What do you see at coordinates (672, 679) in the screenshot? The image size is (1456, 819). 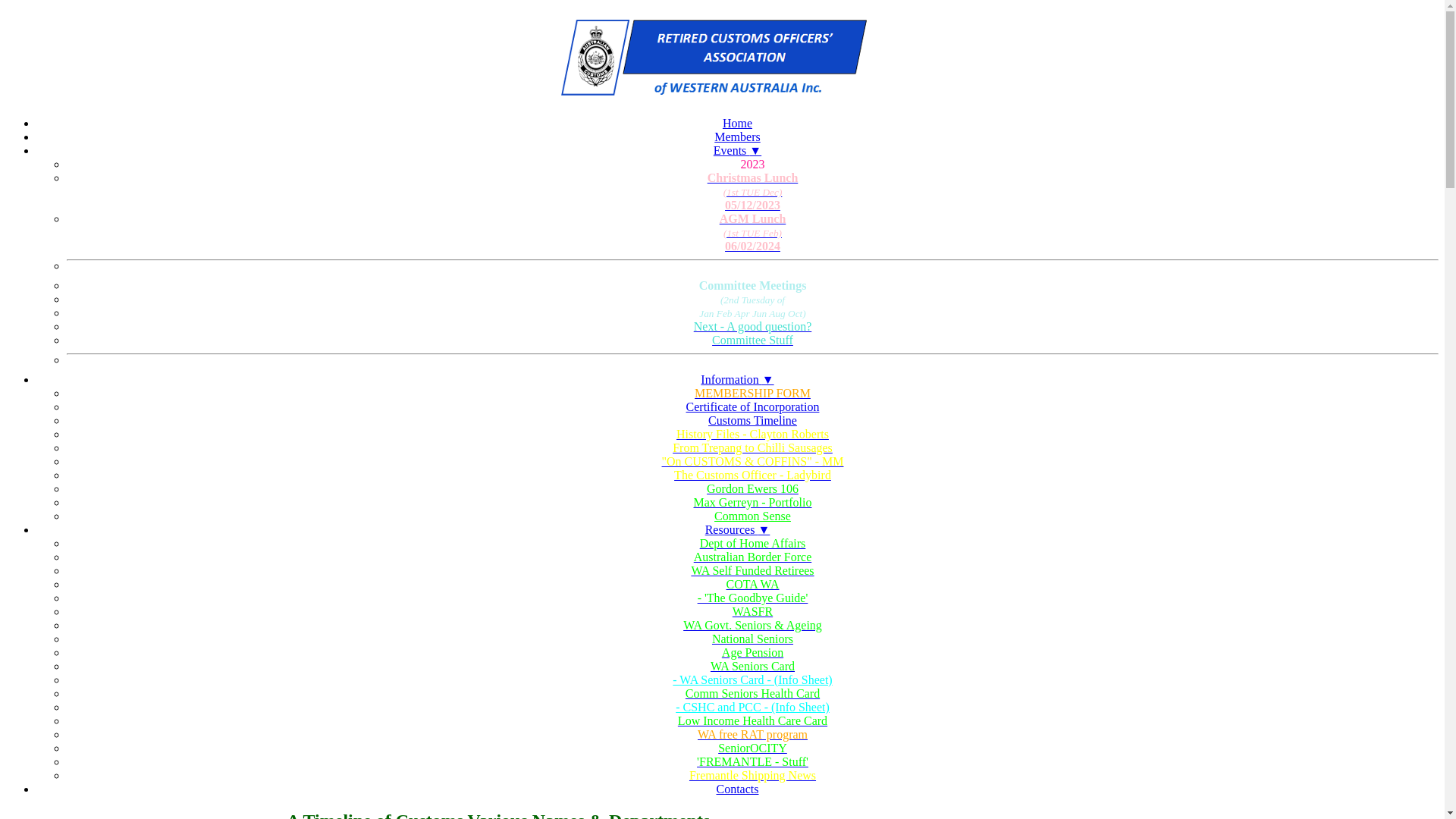 I see `'- WA Seniors Card - (Info Sheet)'` at bounding box center [672, 679].